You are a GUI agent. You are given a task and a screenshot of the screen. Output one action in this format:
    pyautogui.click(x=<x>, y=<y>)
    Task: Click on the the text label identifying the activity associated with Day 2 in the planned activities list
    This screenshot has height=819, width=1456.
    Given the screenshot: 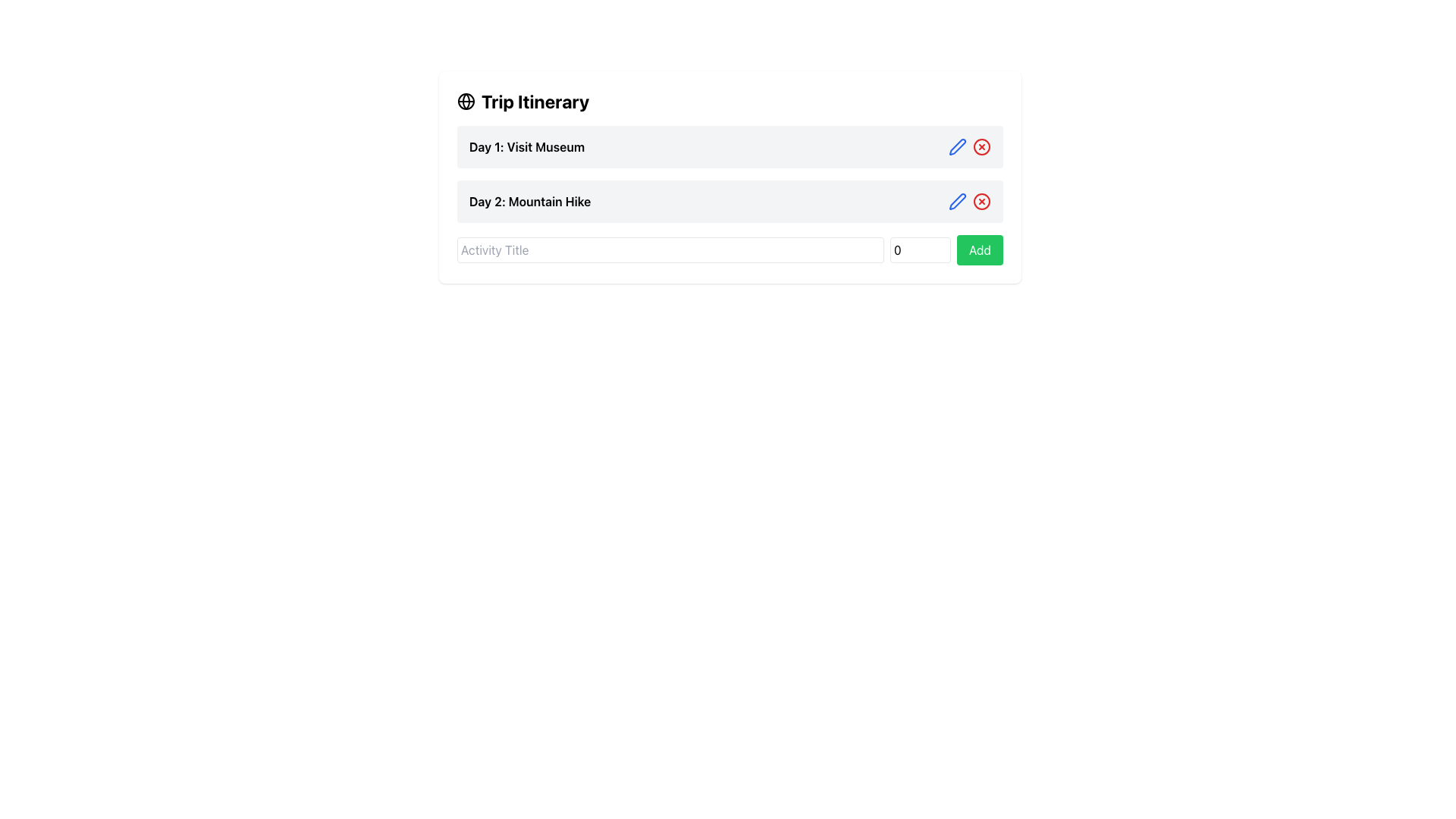 What is the action you would take?
    pyautogui.click(x=530, y=201)
    